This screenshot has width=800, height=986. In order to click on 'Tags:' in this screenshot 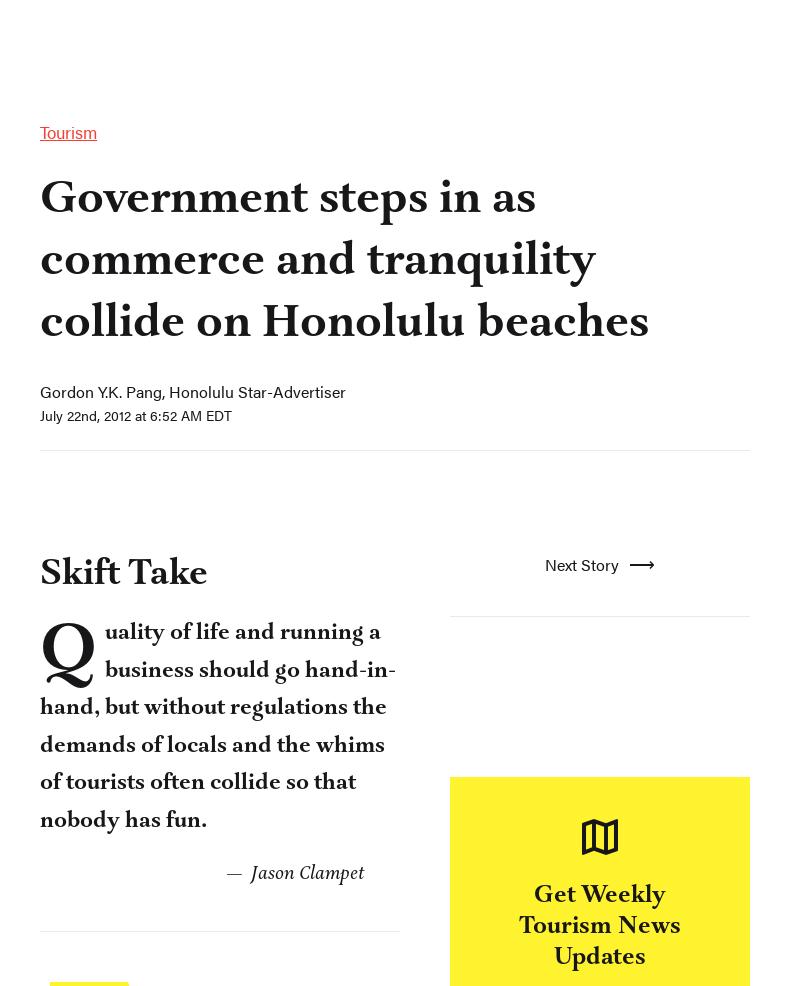, I will do `click(59, 731)`.